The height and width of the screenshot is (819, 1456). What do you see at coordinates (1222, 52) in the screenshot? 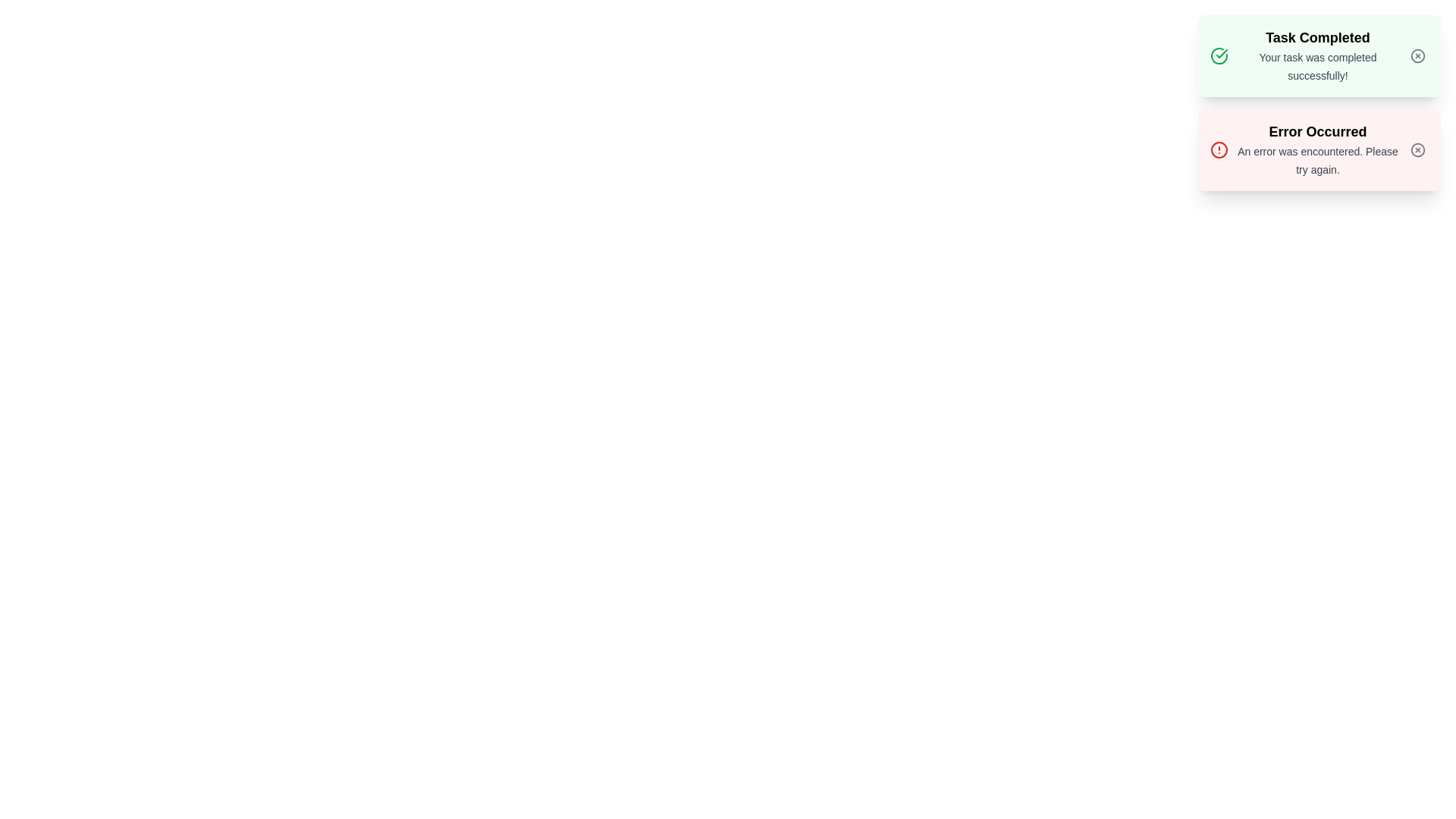
I see `the visual feedback of the green checkmark icon located in the top-right of the 'Task Completed' notification card` at bounding box center [1222, 52].